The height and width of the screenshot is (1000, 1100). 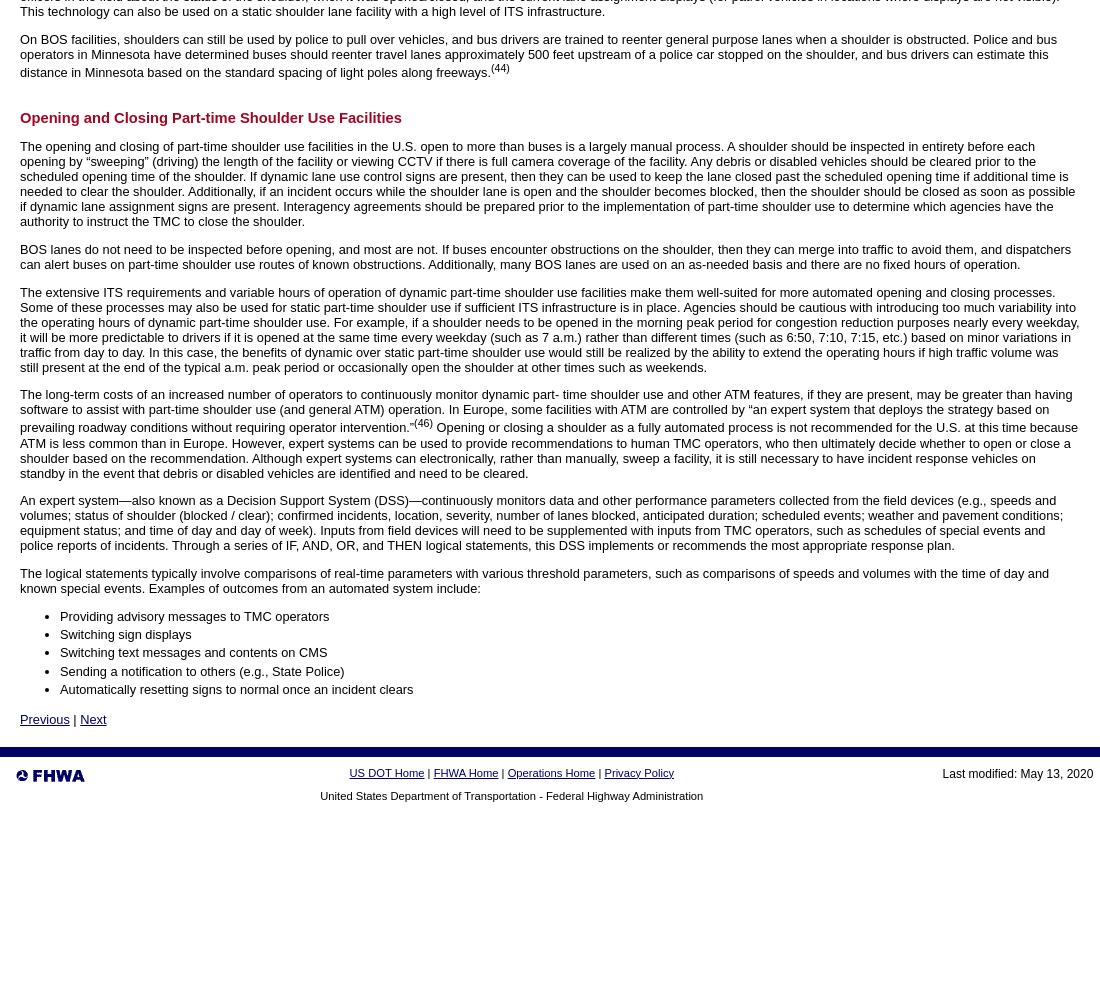 What do you see at coordinates (545, 256) in the screenshot?
I see `'BOS lanes do not need to be inspected before opening, and most are not. If buses encounter obstructions on the shoulder, then they can merge into traffic to avoid them, and dispatchers can alert buses on part-time shoulder use routes of known obstructions. Additionally, many BOS lanes are used on an as-needed basis and there are no fixed hours of operation.'` at bounding box center [545, 256].